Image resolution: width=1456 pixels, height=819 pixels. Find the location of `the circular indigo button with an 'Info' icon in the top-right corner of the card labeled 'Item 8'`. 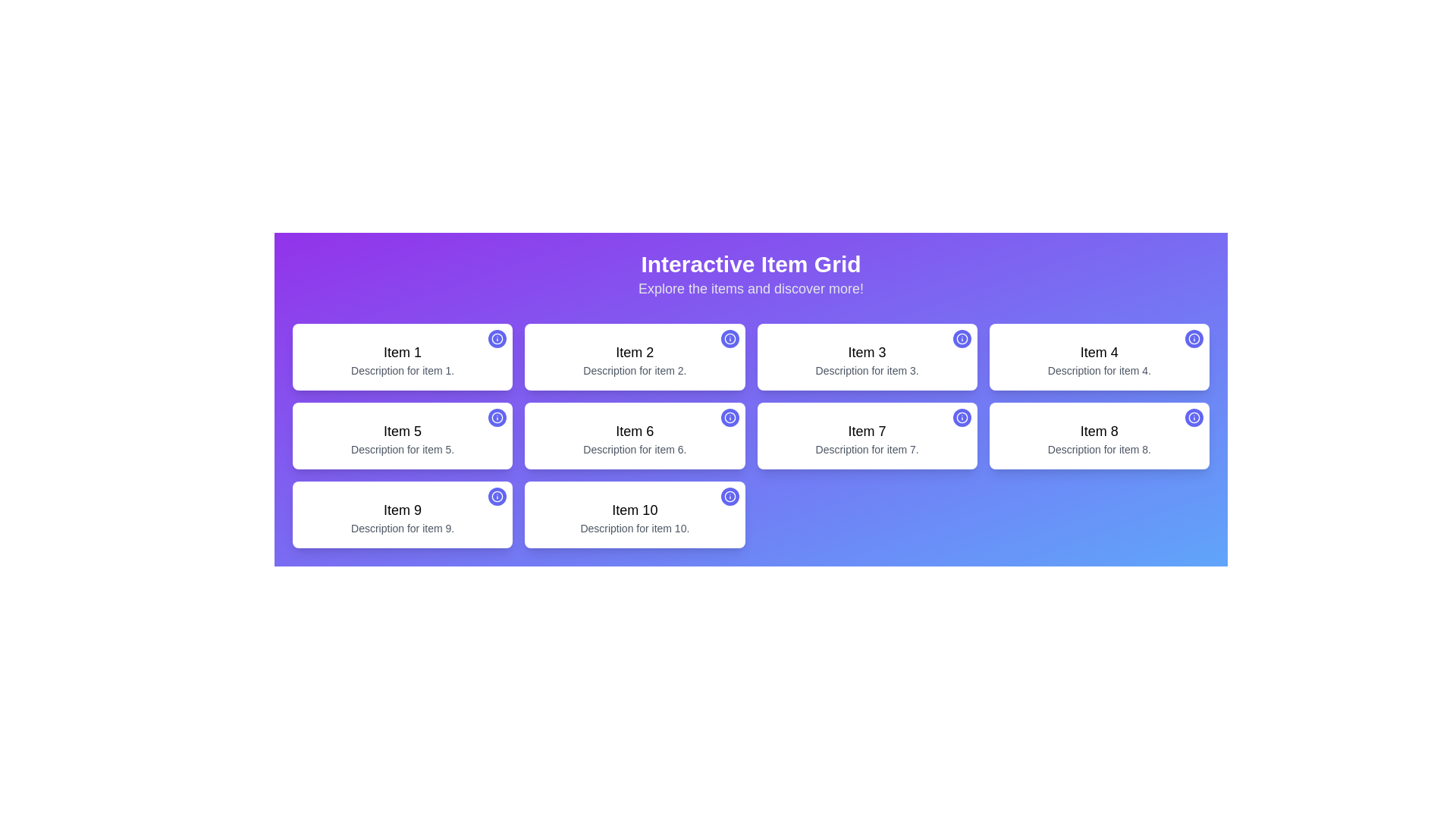

the circular indigo button with an 'Info' icon in the top-right corner of the card labeled 'Item 8' is located at coordinates (1193, 418).